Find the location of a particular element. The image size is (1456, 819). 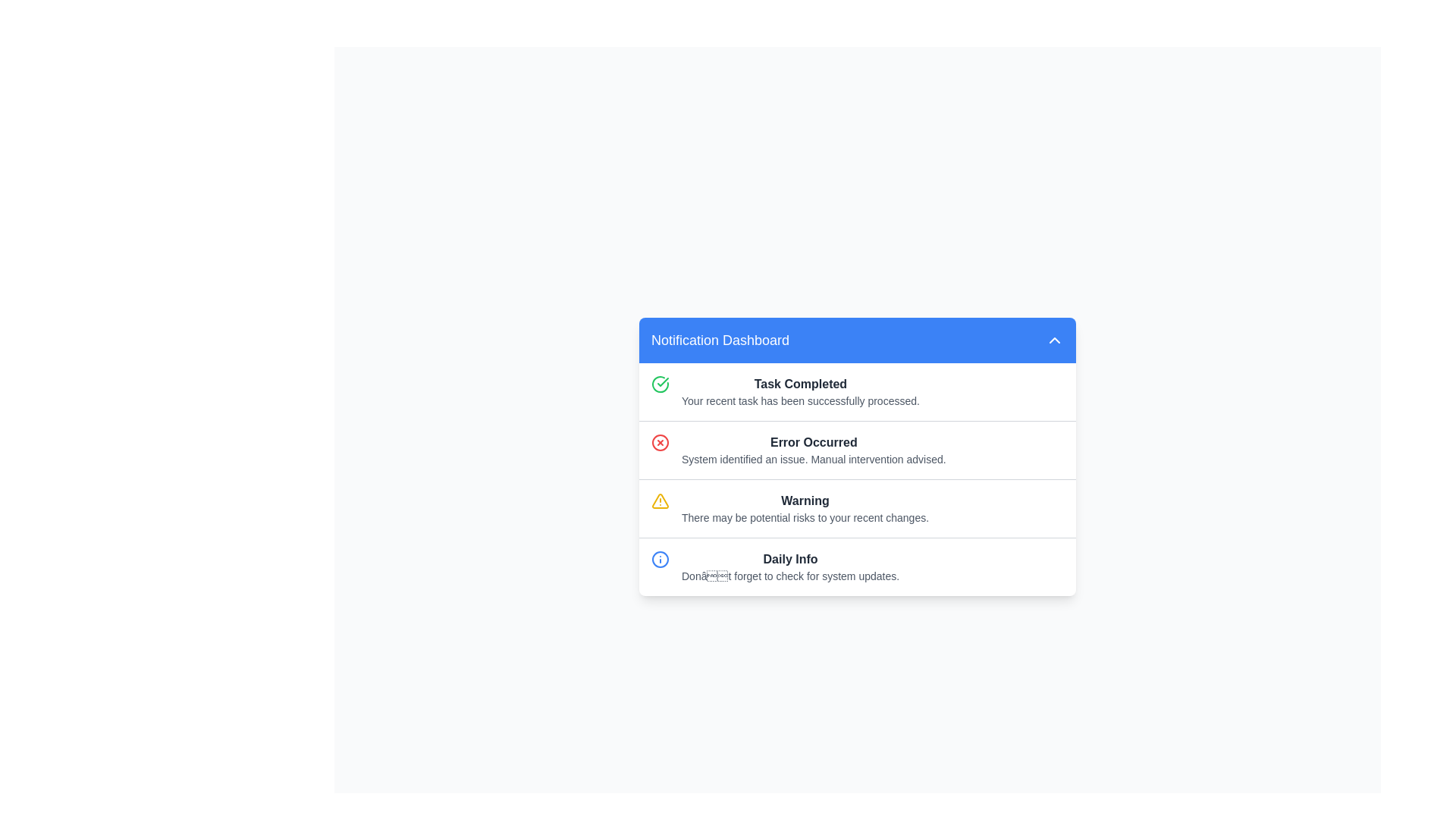

the information indicator icon located to the left of the 'Daily Info' label in the Notification Dashboard is located at coordinates (660, 559).